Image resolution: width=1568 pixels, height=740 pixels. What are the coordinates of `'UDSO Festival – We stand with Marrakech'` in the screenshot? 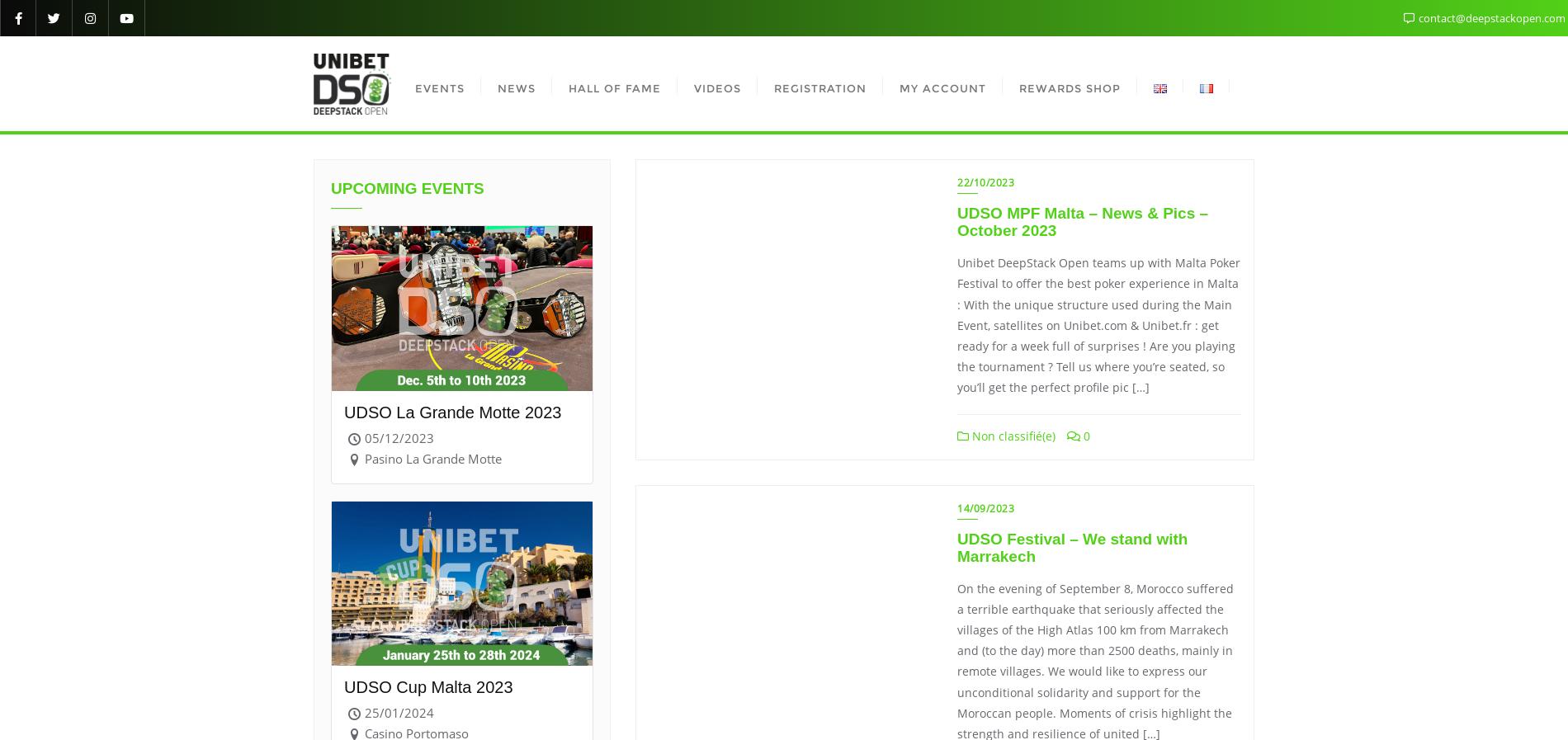 It's located at (956, 546).